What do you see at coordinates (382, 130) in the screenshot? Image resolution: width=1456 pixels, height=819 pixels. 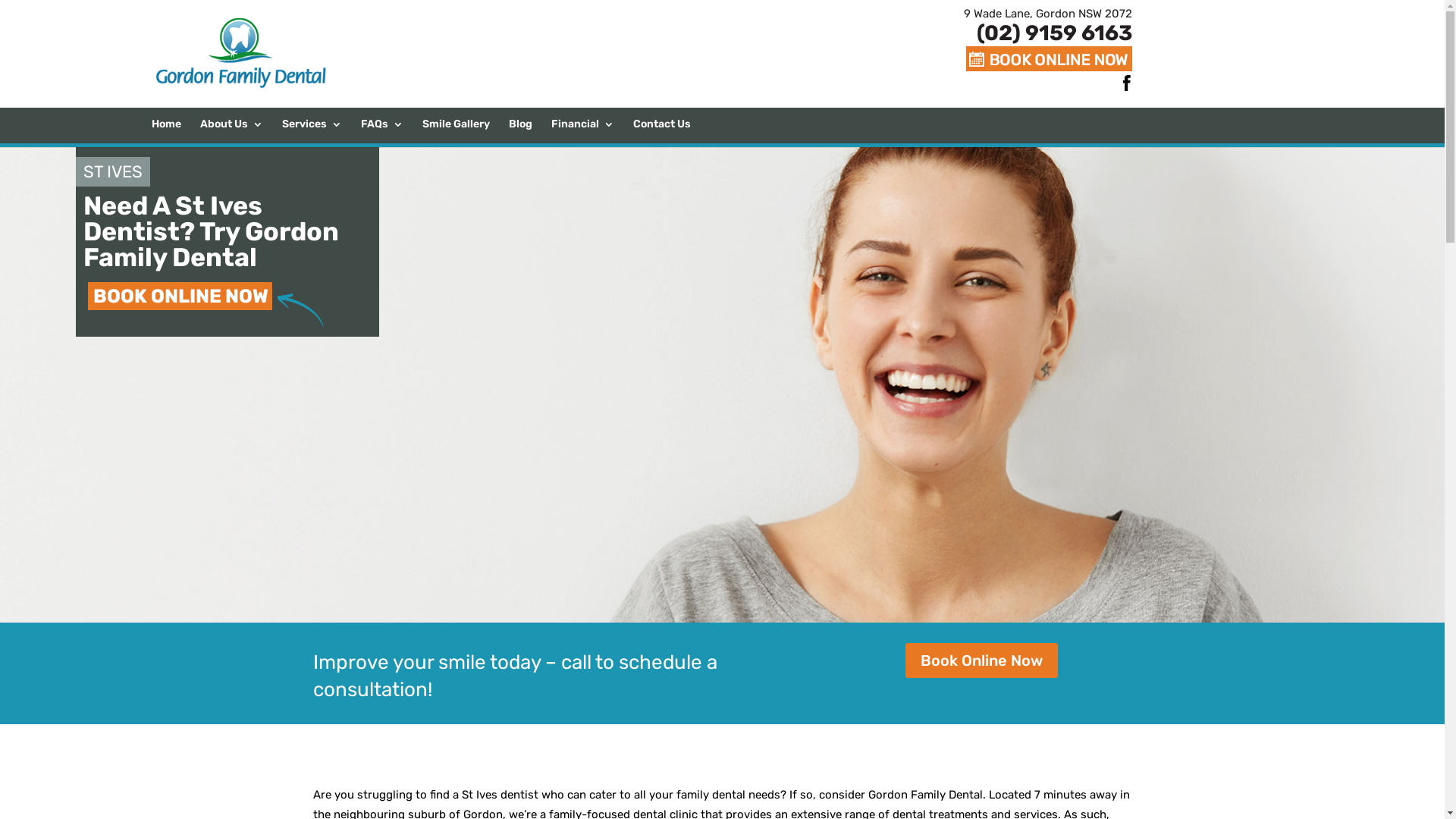 I see `'FAQs'` at bounding box center [382, 130].